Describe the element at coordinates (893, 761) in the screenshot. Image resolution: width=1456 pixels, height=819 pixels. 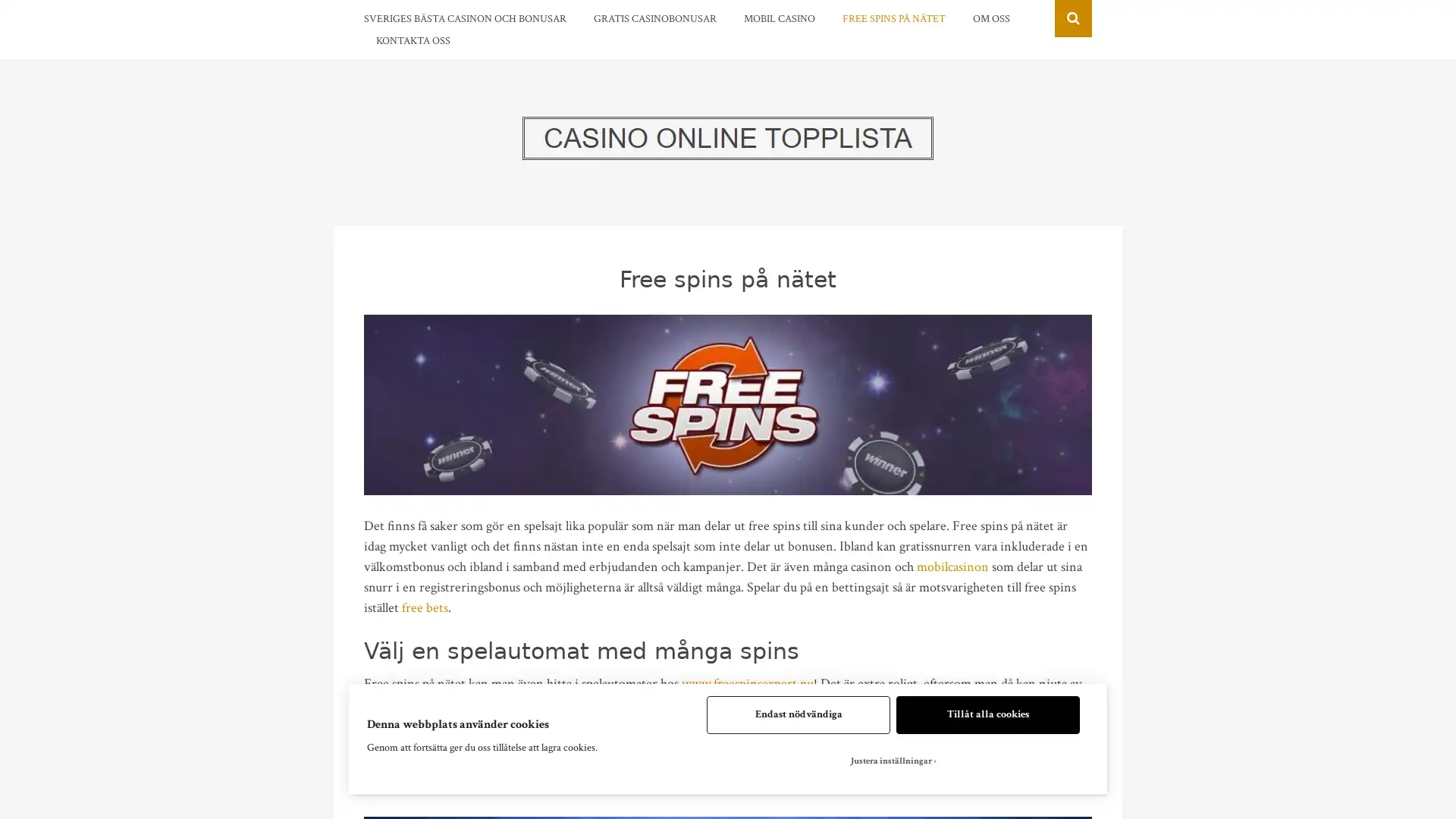
I see `Justera installningar` at that location.